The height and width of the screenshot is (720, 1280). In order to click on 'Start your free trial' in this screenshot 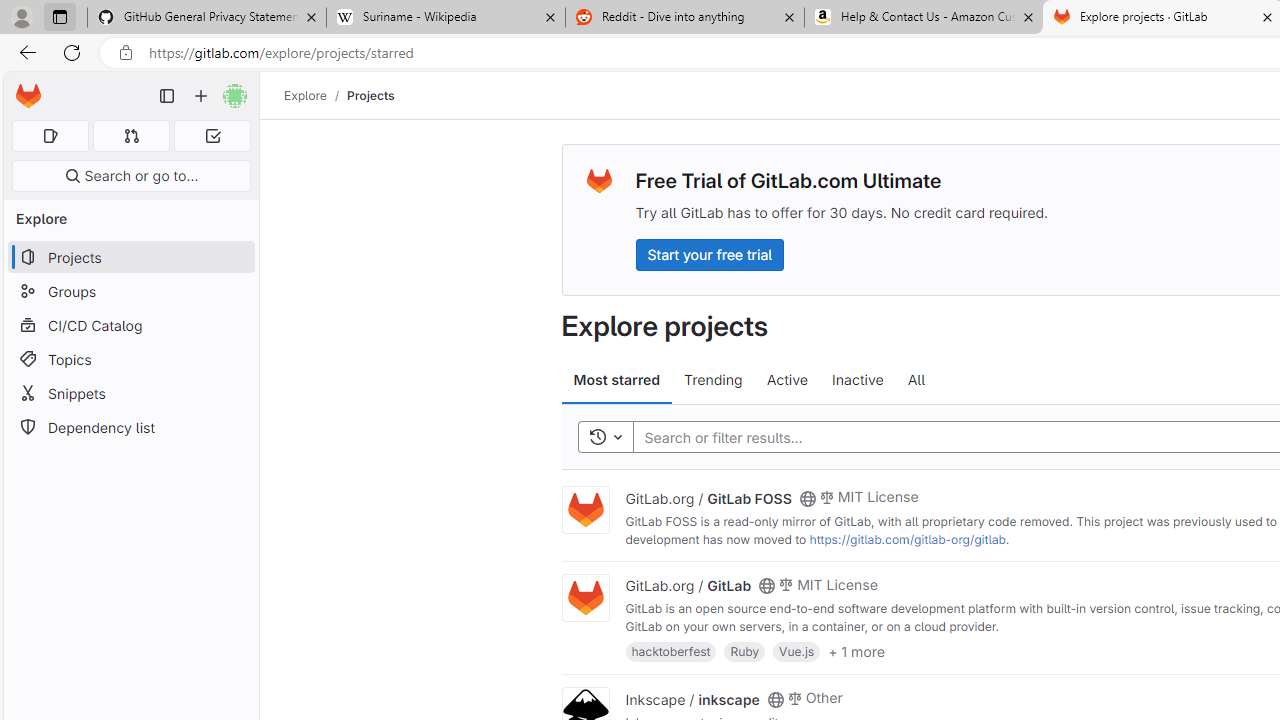, I will do `click(709, 253)`.